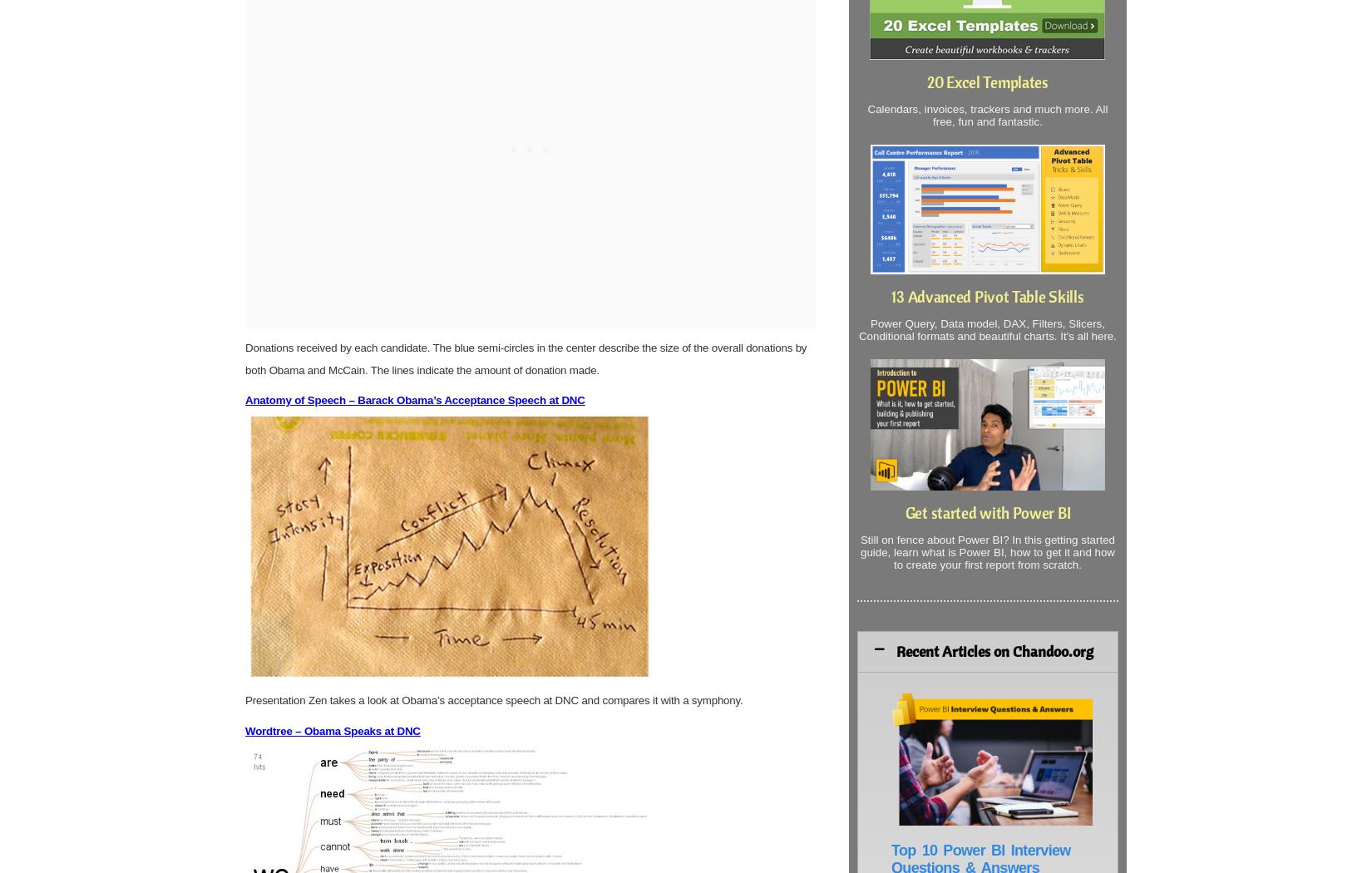  I want to click on 'Recent Articles on Chandoo.org', so click(994, 650).